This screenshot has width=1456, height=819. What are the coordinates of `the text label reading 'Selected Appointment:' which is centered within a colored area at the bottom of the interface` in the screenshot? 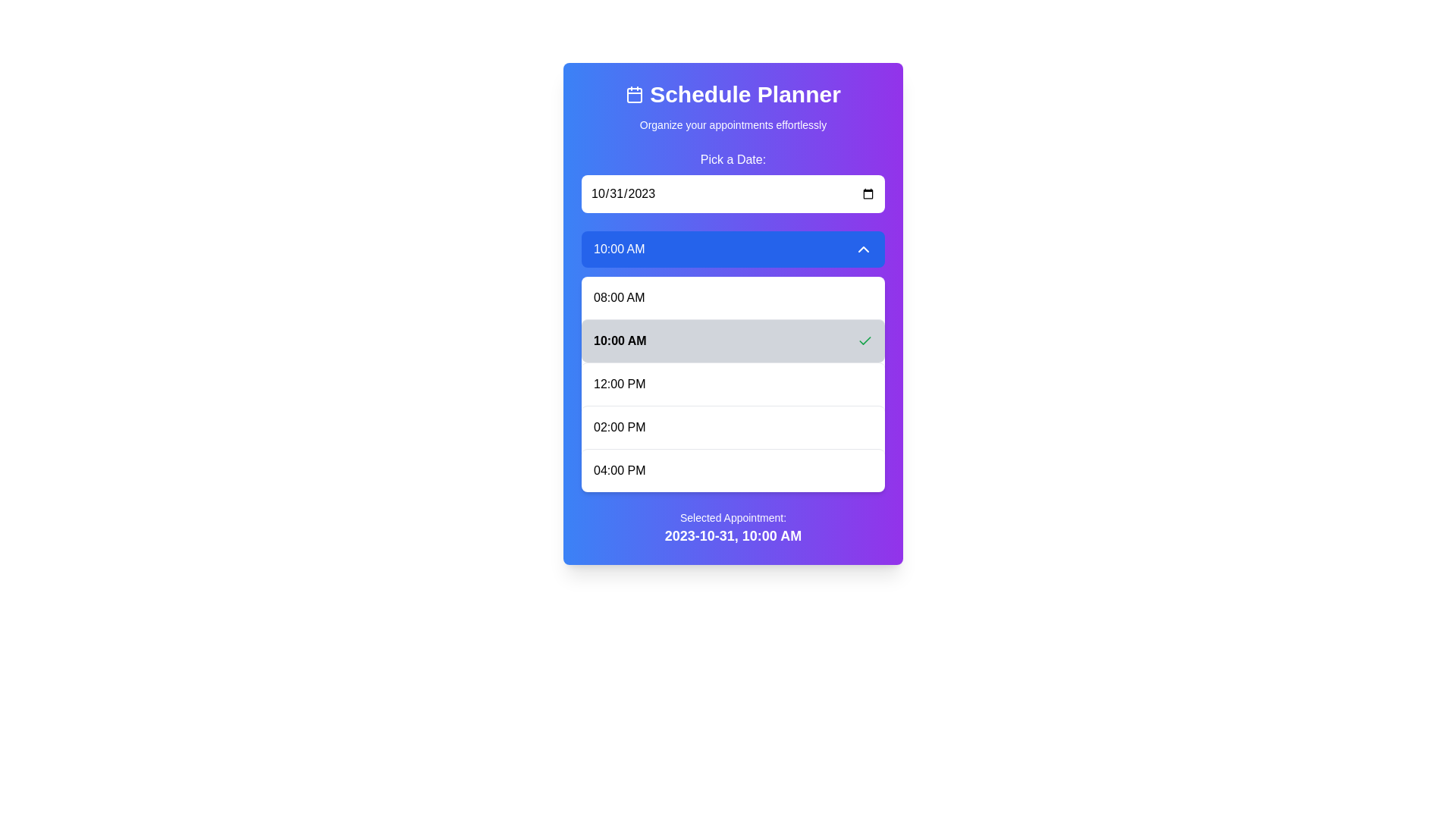 It's located at (733, 516).